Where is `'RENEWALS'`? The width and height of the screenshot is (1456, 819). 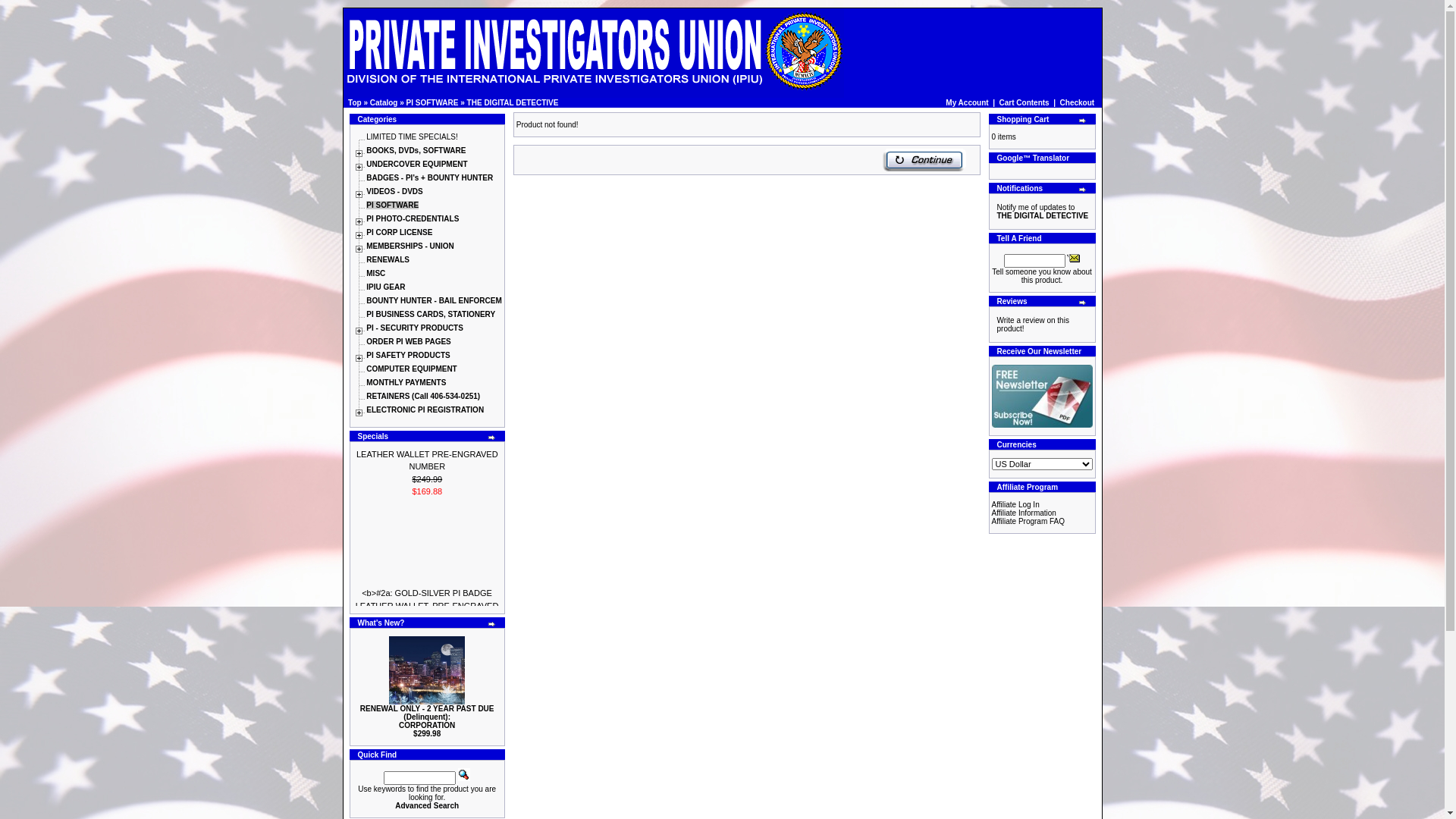
'RENEWALS' is located at coordinates (388, 259).